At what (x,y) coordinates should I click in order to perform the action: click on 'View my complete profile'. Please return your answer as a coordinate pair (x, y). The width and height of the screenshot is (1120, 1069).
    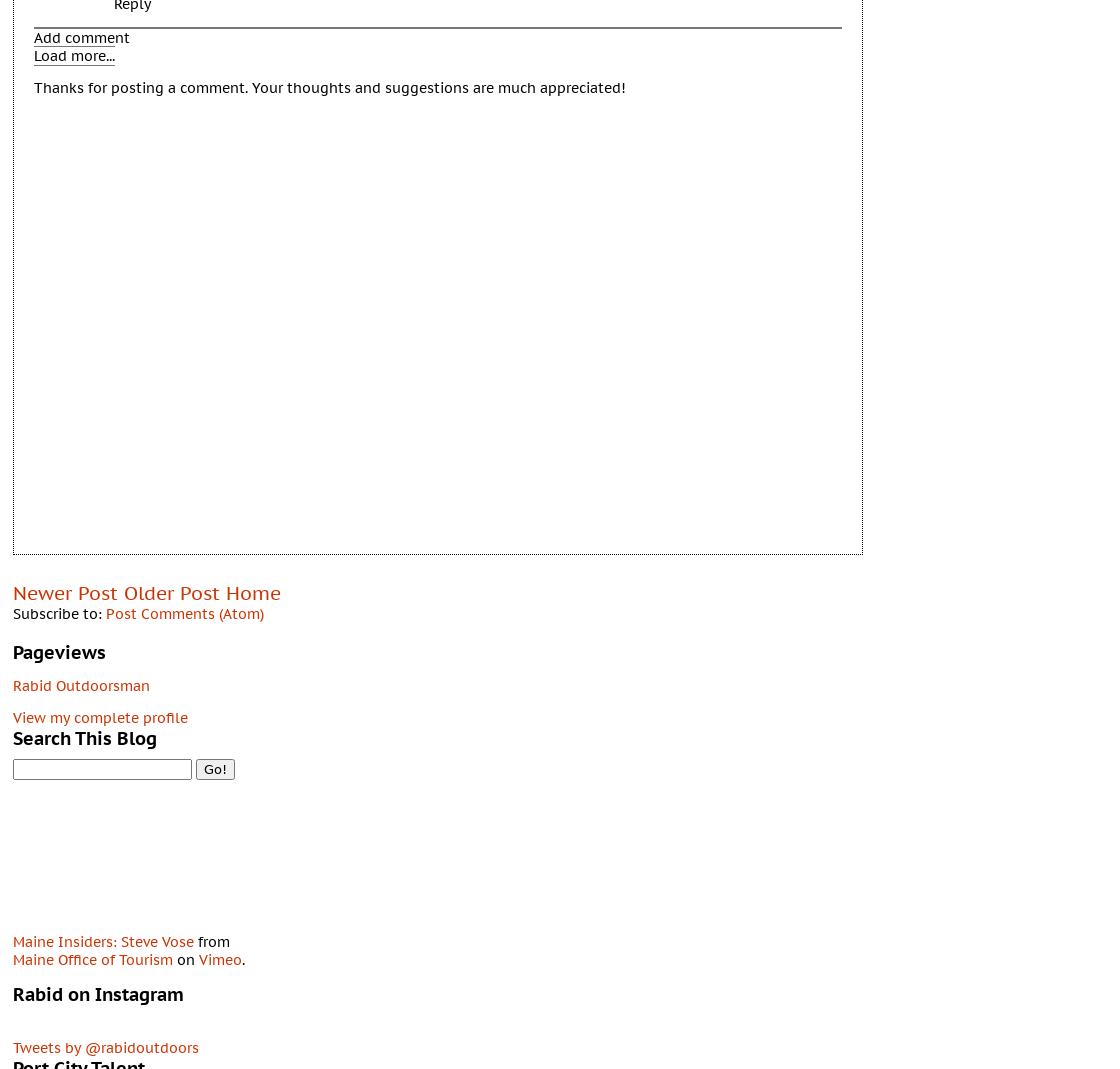
    Looking at the image, I should click on (100, 717).